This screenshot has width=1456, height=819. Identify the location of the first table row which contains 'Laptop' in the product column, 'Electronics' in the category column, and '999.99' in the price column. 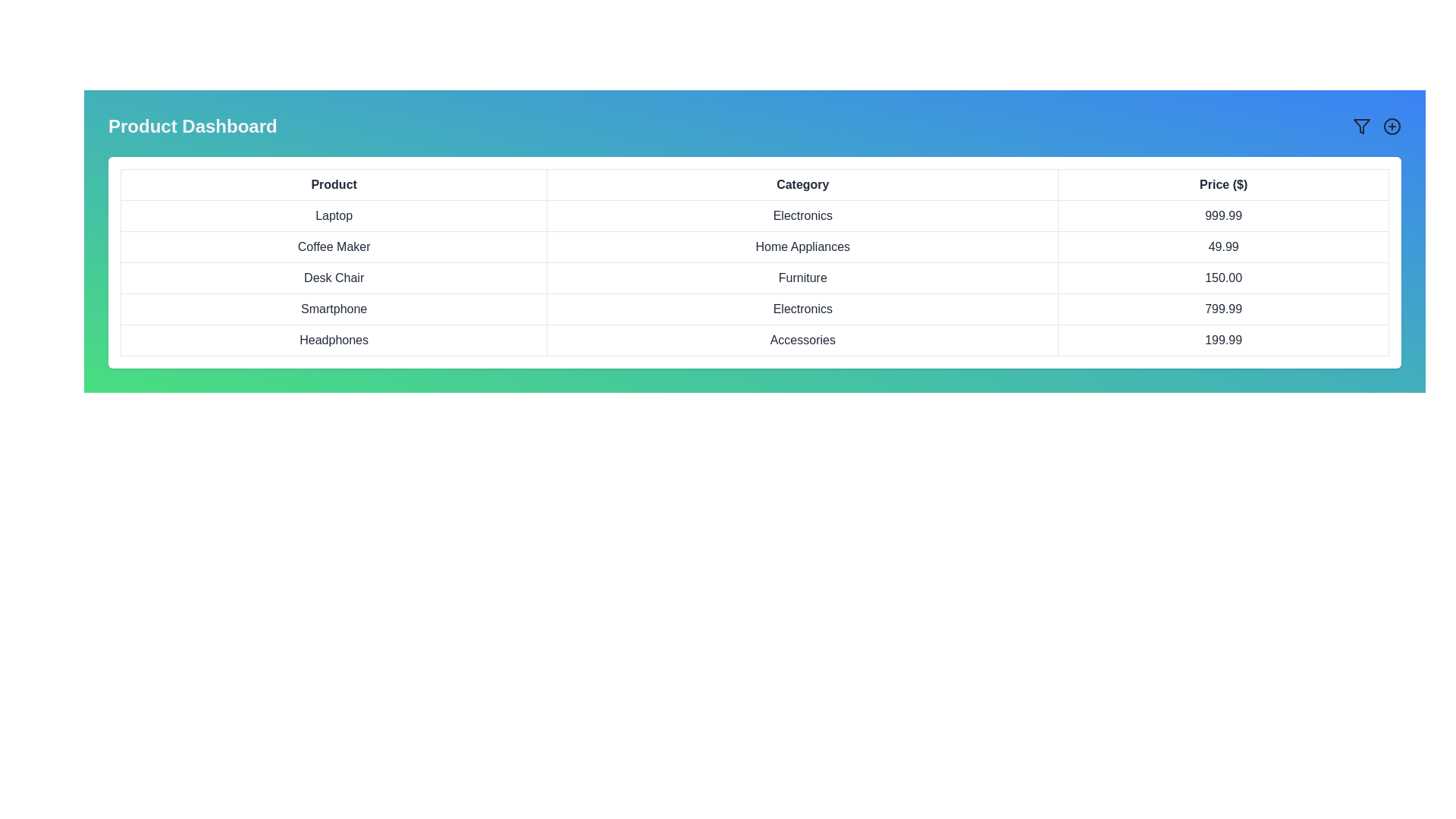
(755, 216).